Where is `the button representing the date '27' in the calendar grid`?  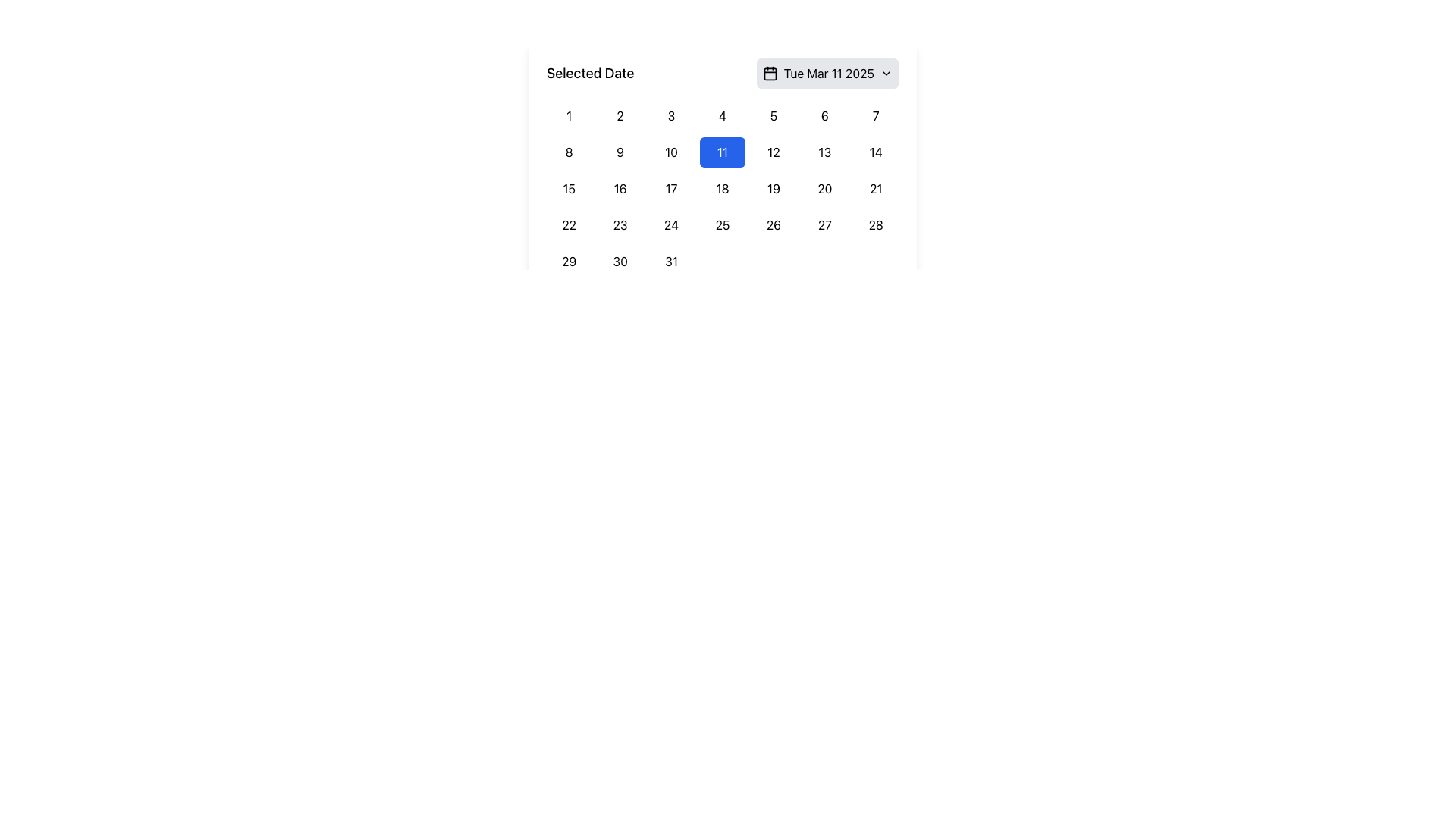 the button representing the date '27' in the calendar grid is located at coordinates (824, 225).